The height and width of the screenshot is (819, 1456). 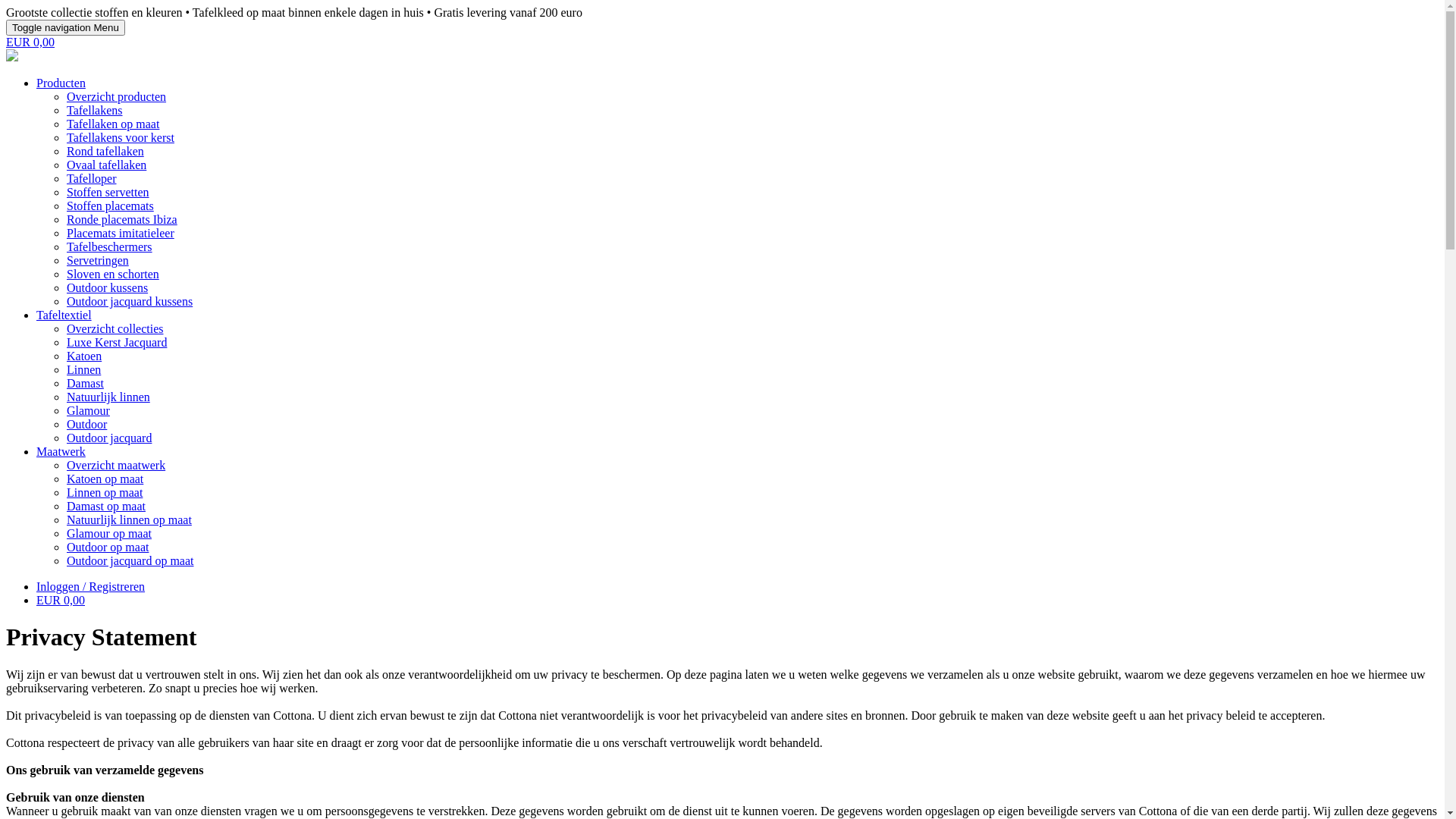 I want to click on 'Maatwerk', so click(x=61, y=450).